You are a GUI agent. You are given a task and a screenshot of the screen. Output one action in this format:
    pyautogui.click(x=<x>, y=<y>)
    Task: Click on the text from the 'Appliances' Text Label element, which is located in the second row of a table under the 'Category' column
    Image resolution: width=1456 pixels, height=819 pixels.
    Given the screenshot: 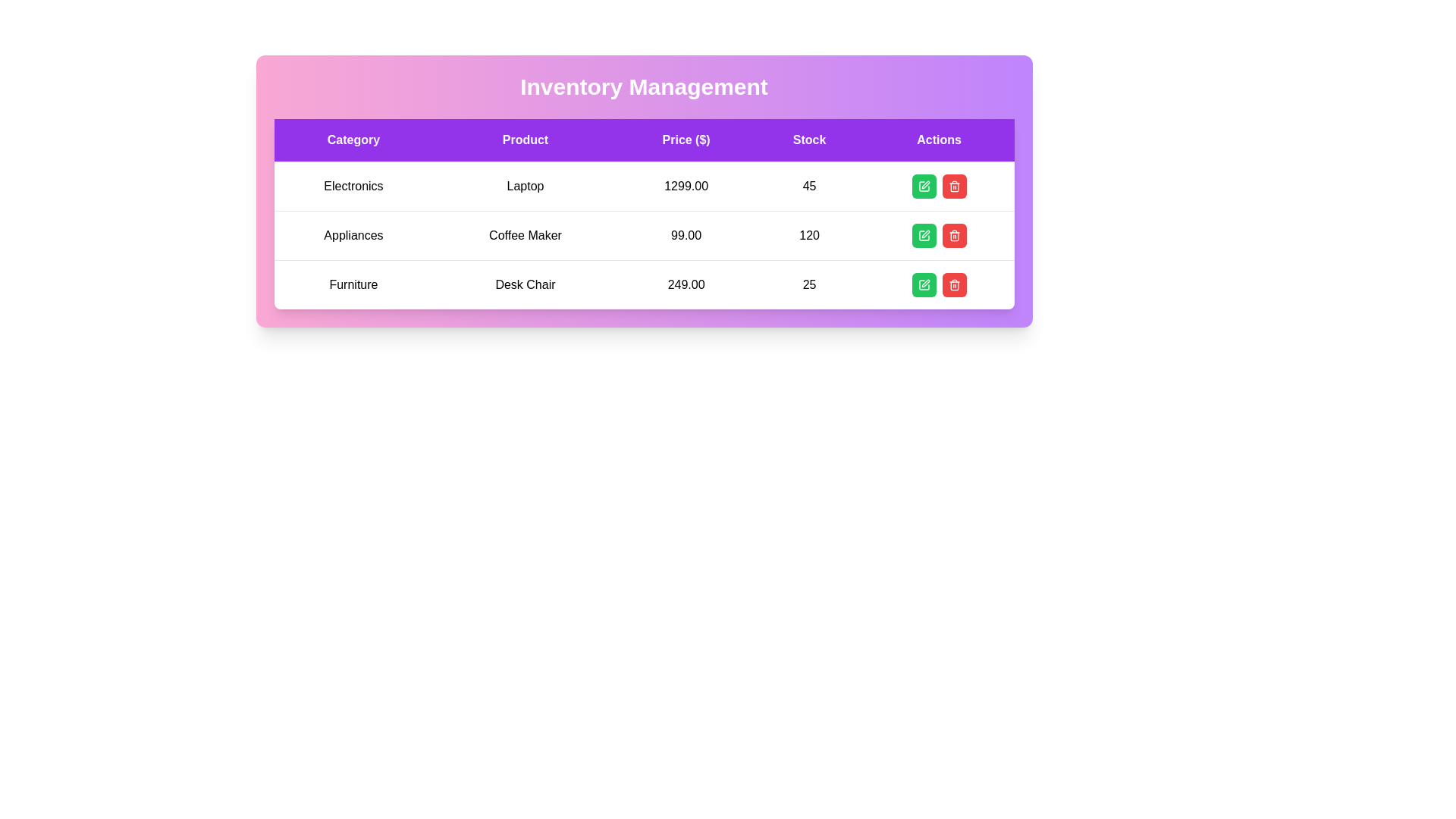 What is the action you would take?
    pyautogui.click(x=353, y=236)
    